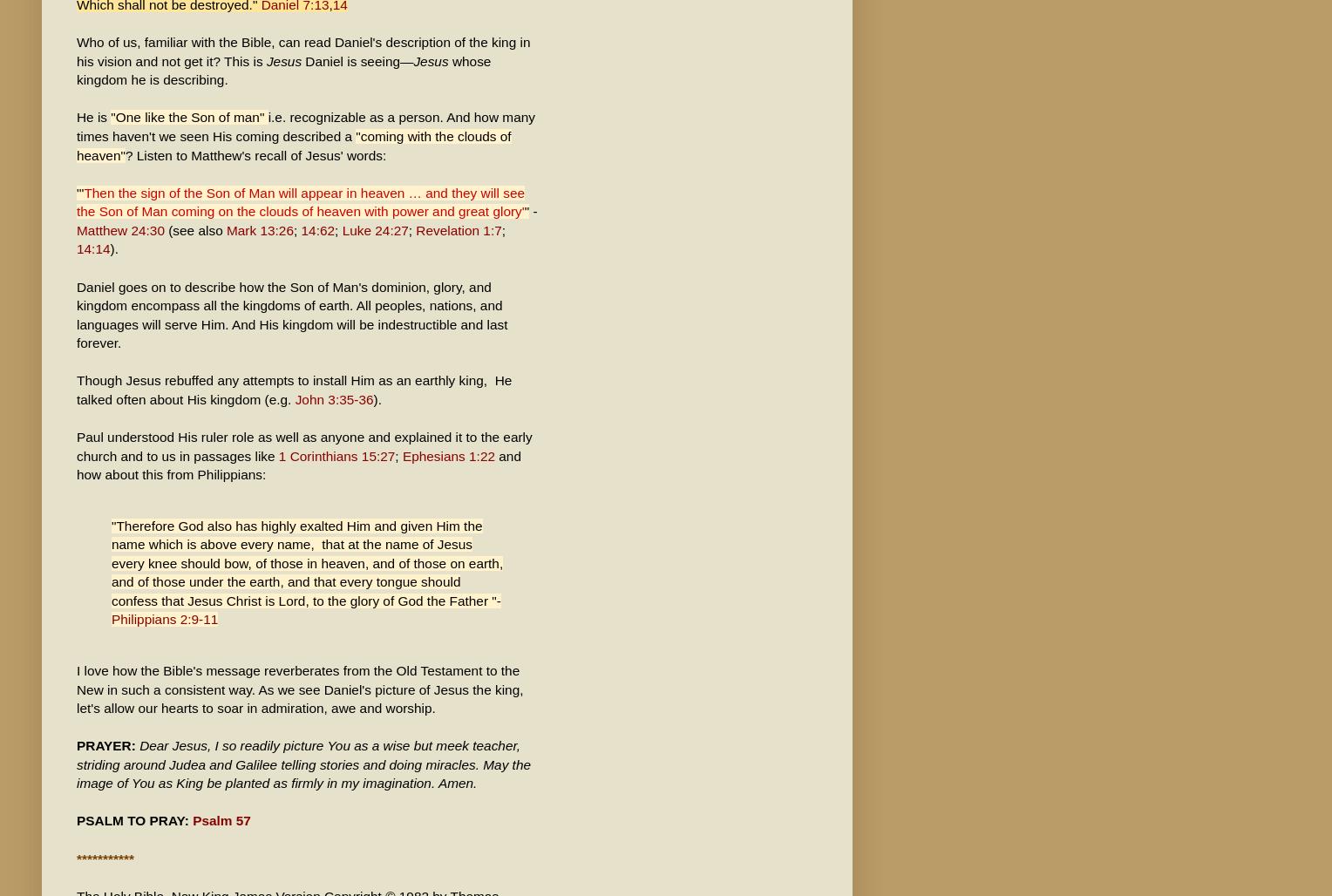 Image resolution: width=1332 pixels, height=896 pixels. What do you see at coordinates (316, 229) in the screenshot?
I see `'14:62'` at bounding box center [316, 229].